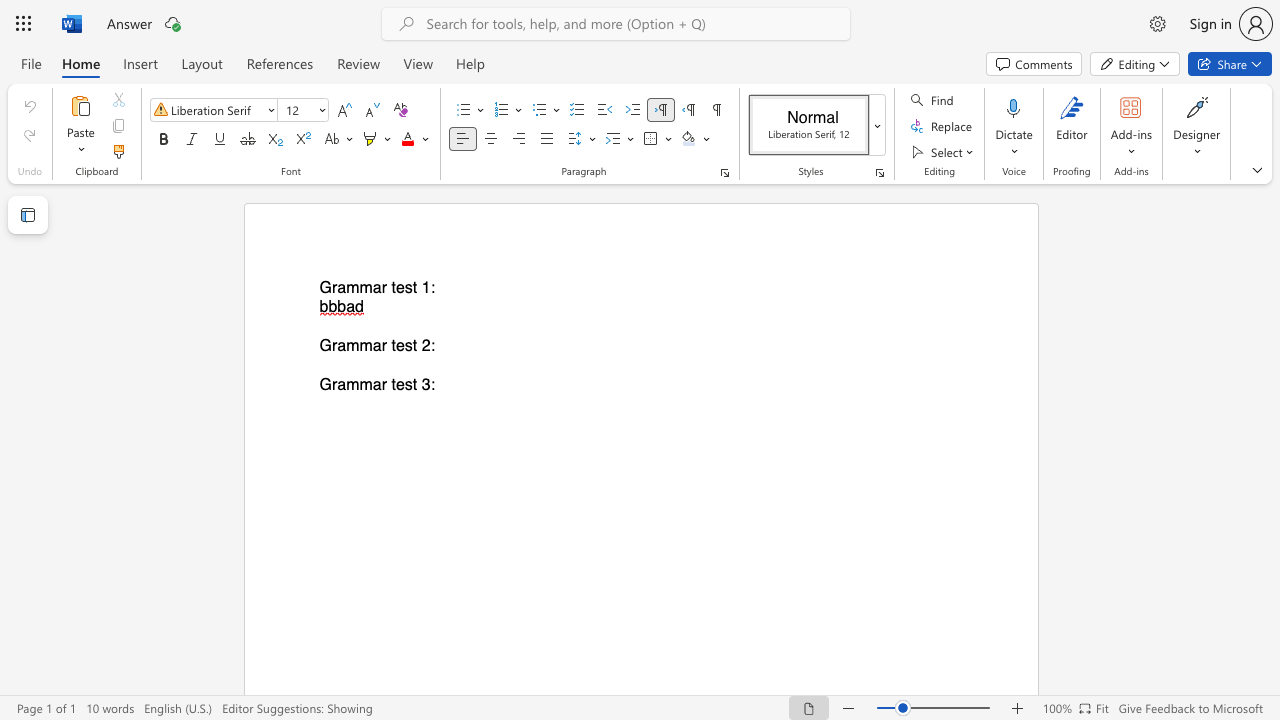  Describe the element at coordinates (414, 345) in the screenshot. I see `the 2th character "t" in the text` at that location.